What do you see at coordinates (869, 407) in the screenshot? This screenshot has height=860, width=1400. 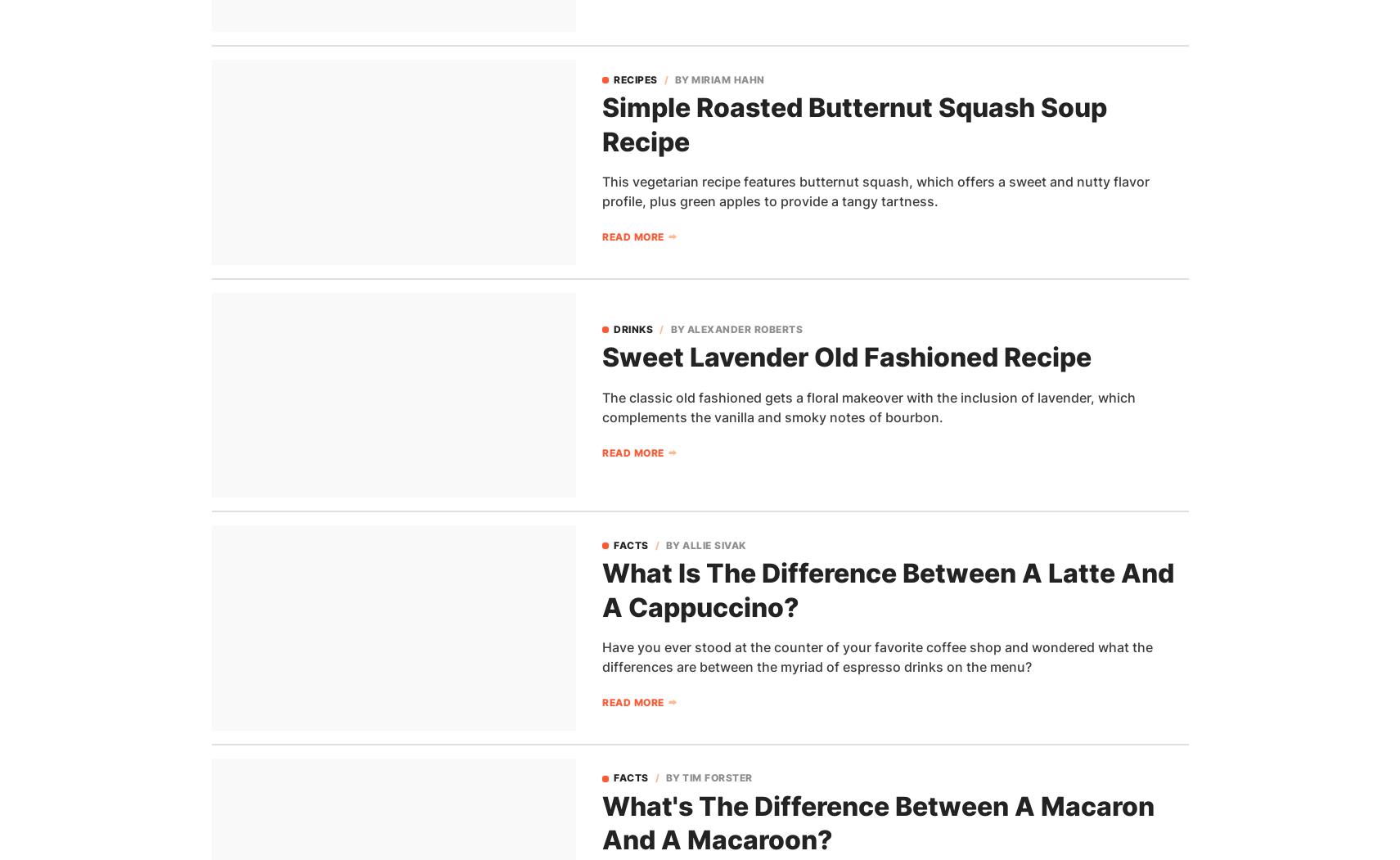 I see `'The classic old fashioned gets a floral makeover with the inclusion of lavender, which complements the vanilla and smoky notes of bourbon.'` at bounding box center [869, 407].